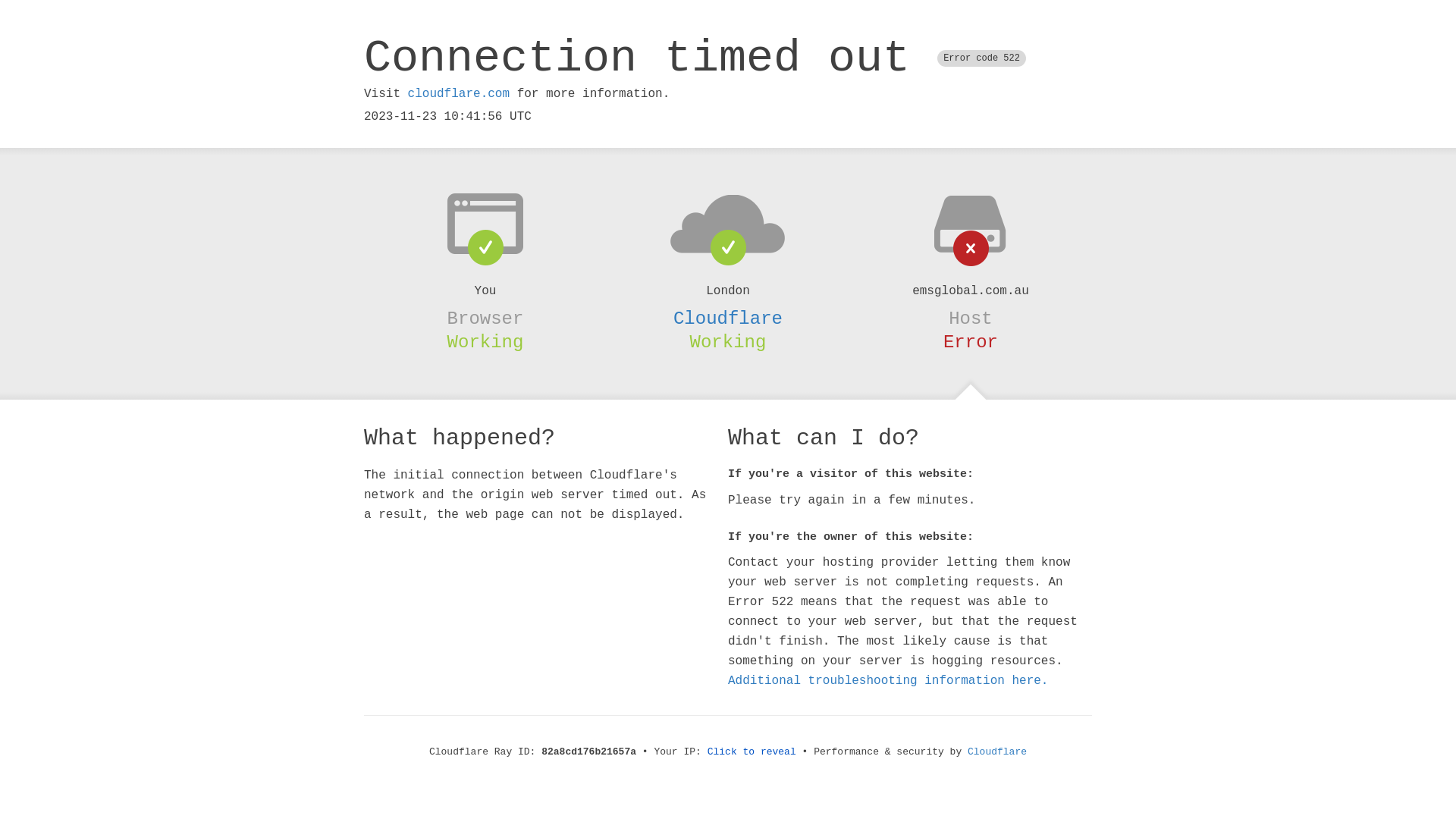 The width and height of the screenshot is (1456, 819). I want to click on 'cloudflare.com', so click(457, 93).